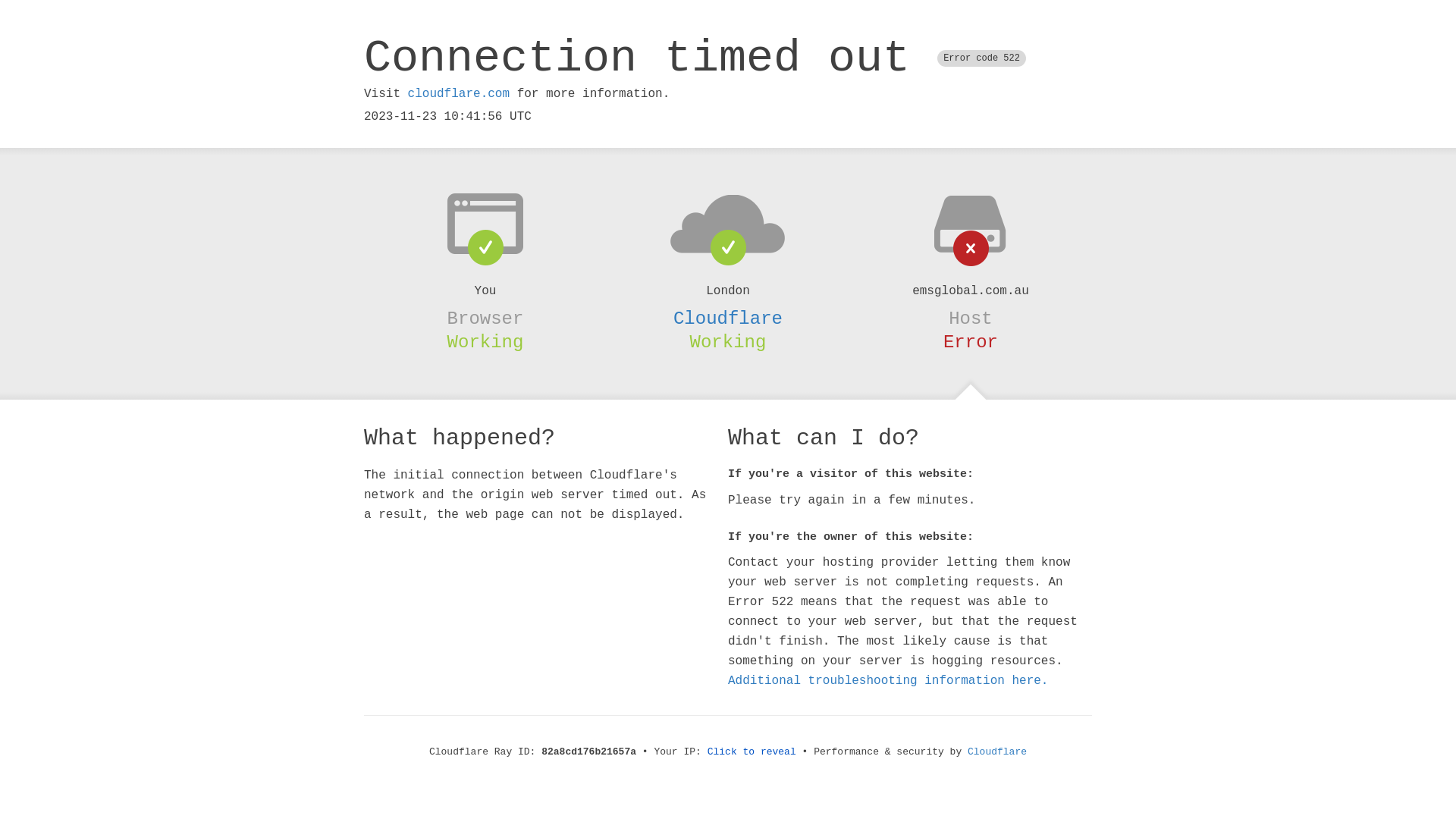 The width and height of the screenshot is (1456, 819). I want to click on 'cloudflare.com', so click(457, 93).